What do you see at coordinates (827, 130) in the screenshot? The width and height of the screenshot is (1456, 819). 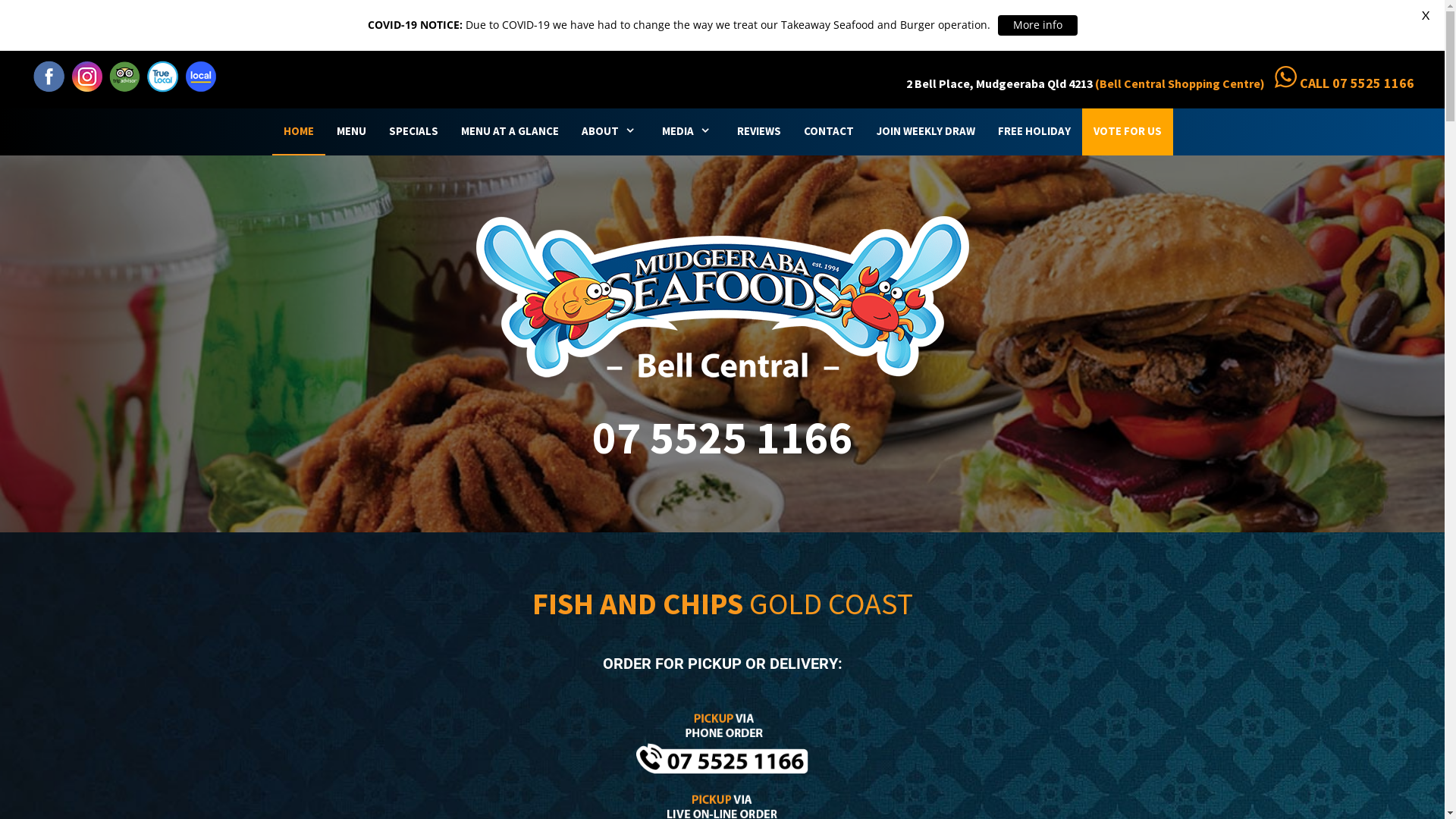 I see `'CONTACT'` at bounding box center [827, 130].